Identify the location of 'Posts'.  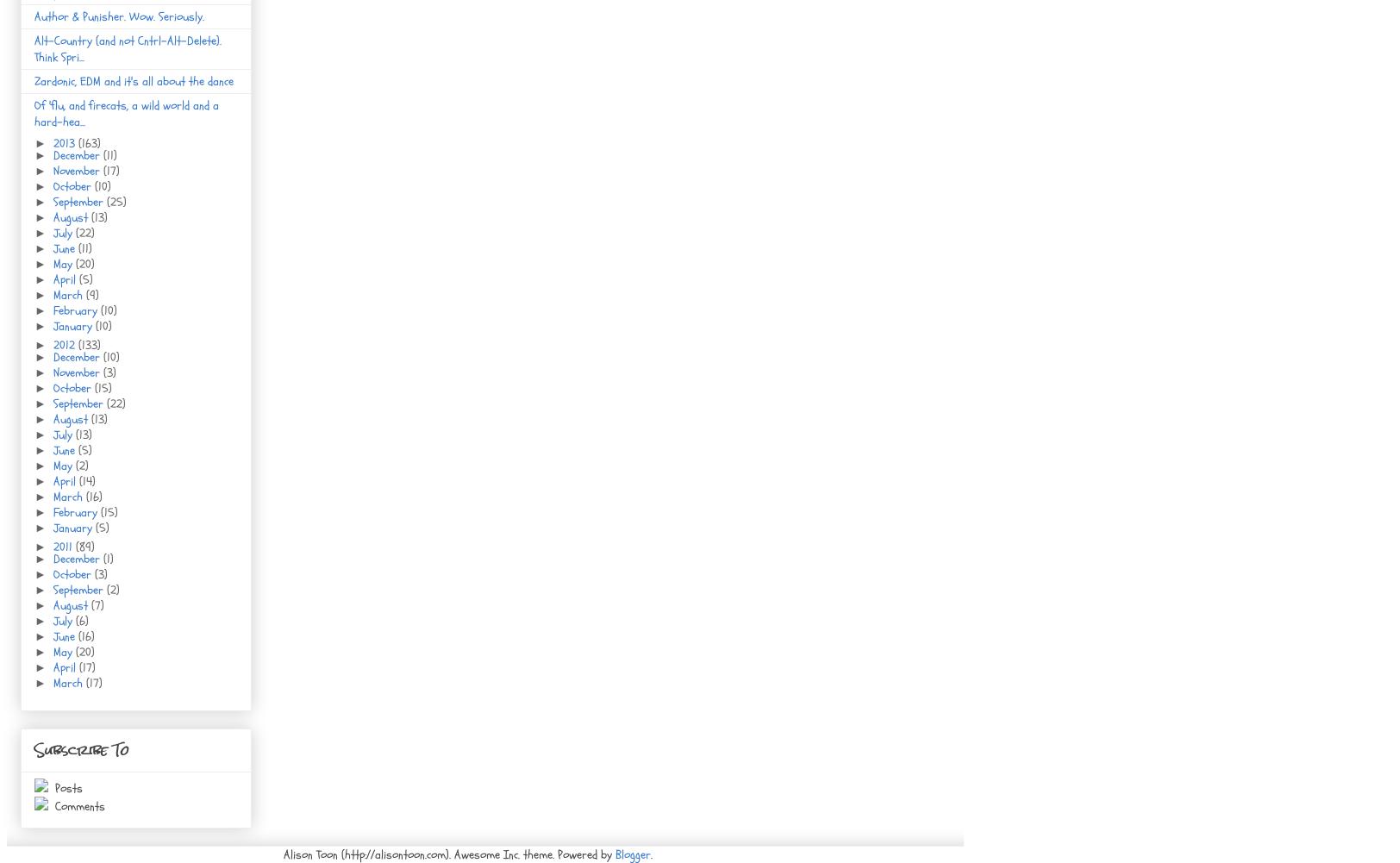
(66, 788).